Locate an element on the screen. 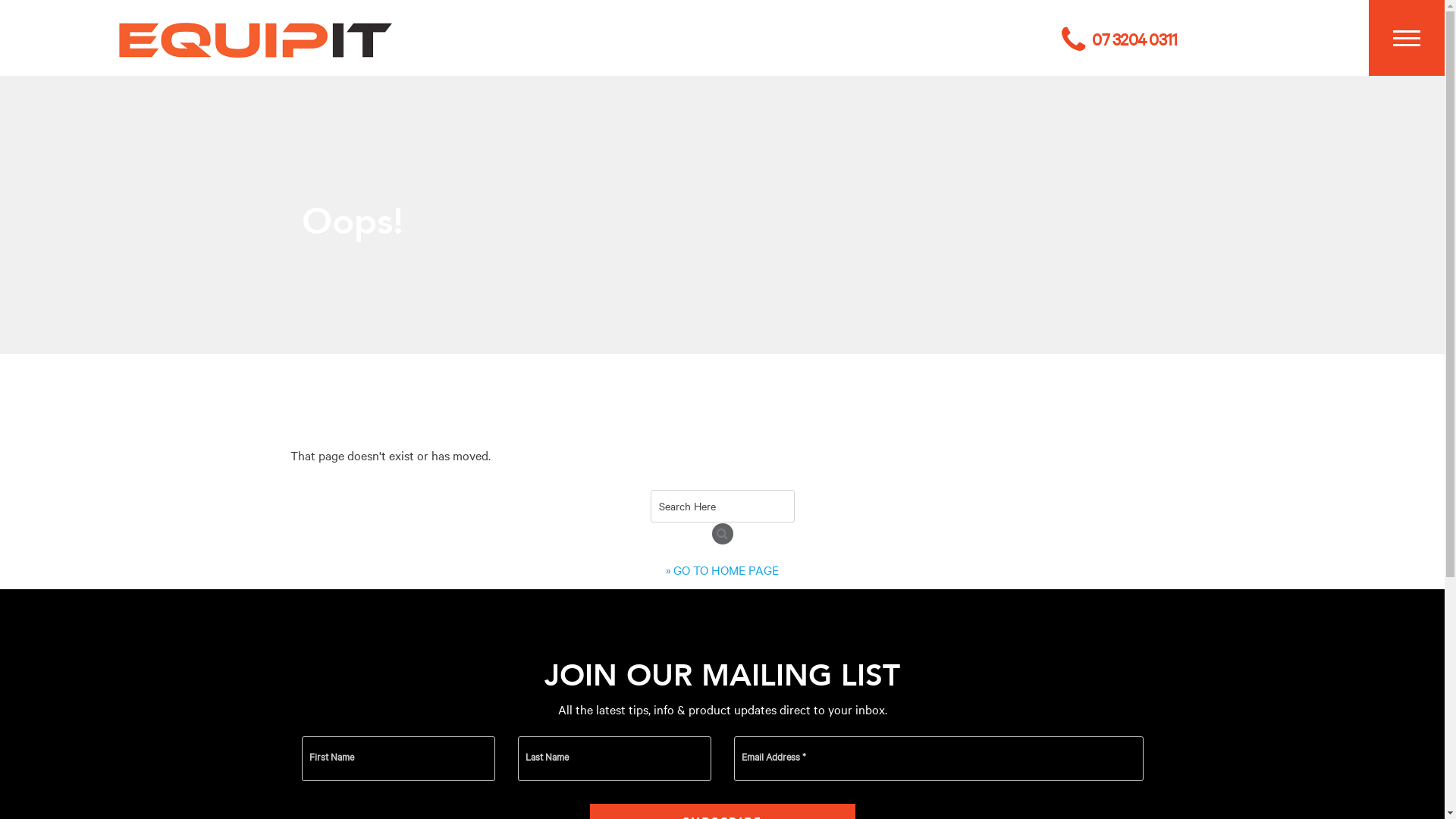 The height and width of the screenshot is (819, 1456). '07 3204 0311' is located at coordinates (1119, 38).